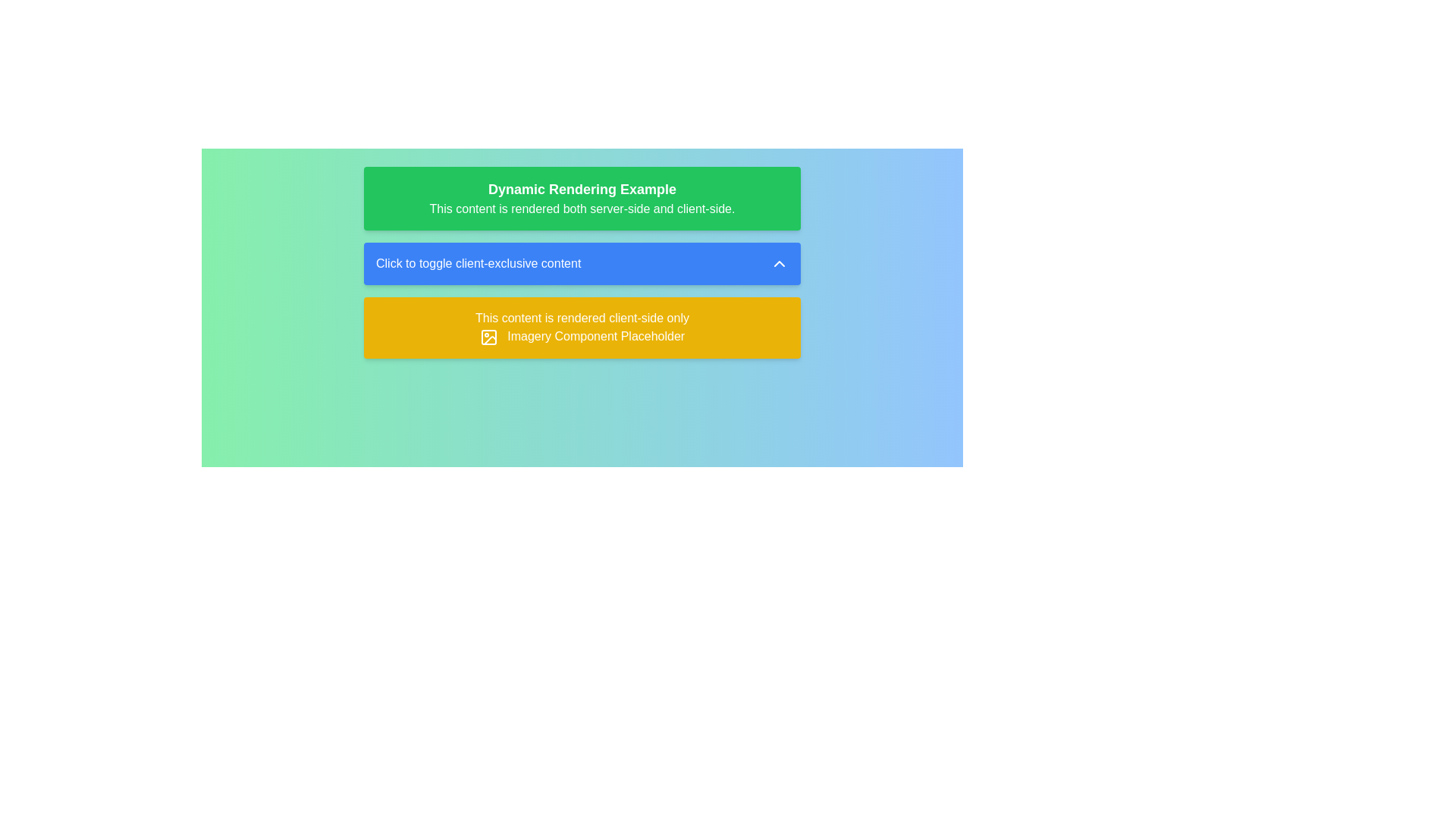  I want to click on the text label 'Imagery Component Placeholder' with a vivid orange background, located centrally within the yellow card labeled 'This content is rendered client-side only.', so click(595, 335).